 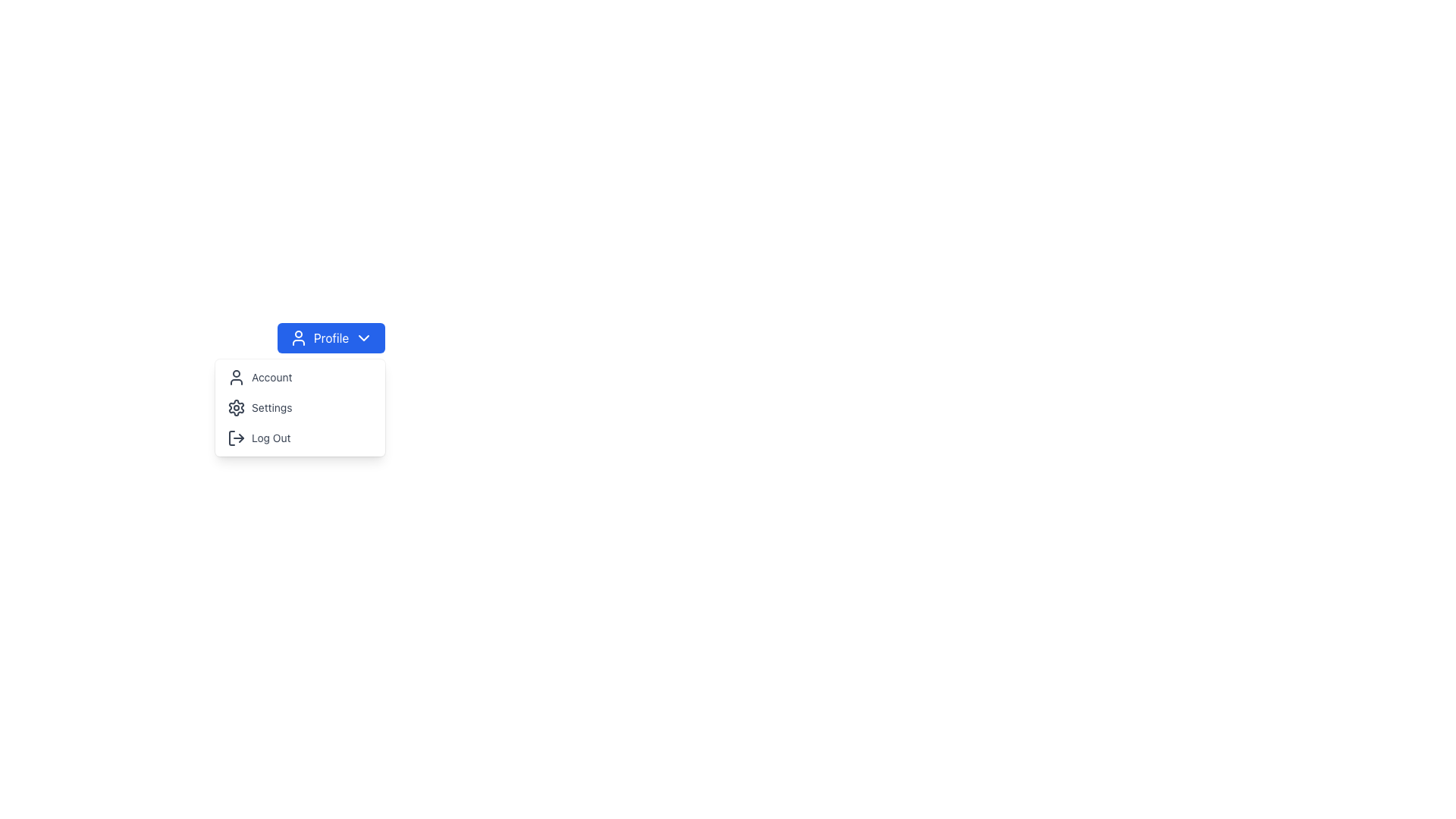 I want to click on the downward pointing chevron icon located to the right of the 'Profile' button, so click(x=364, y=337).